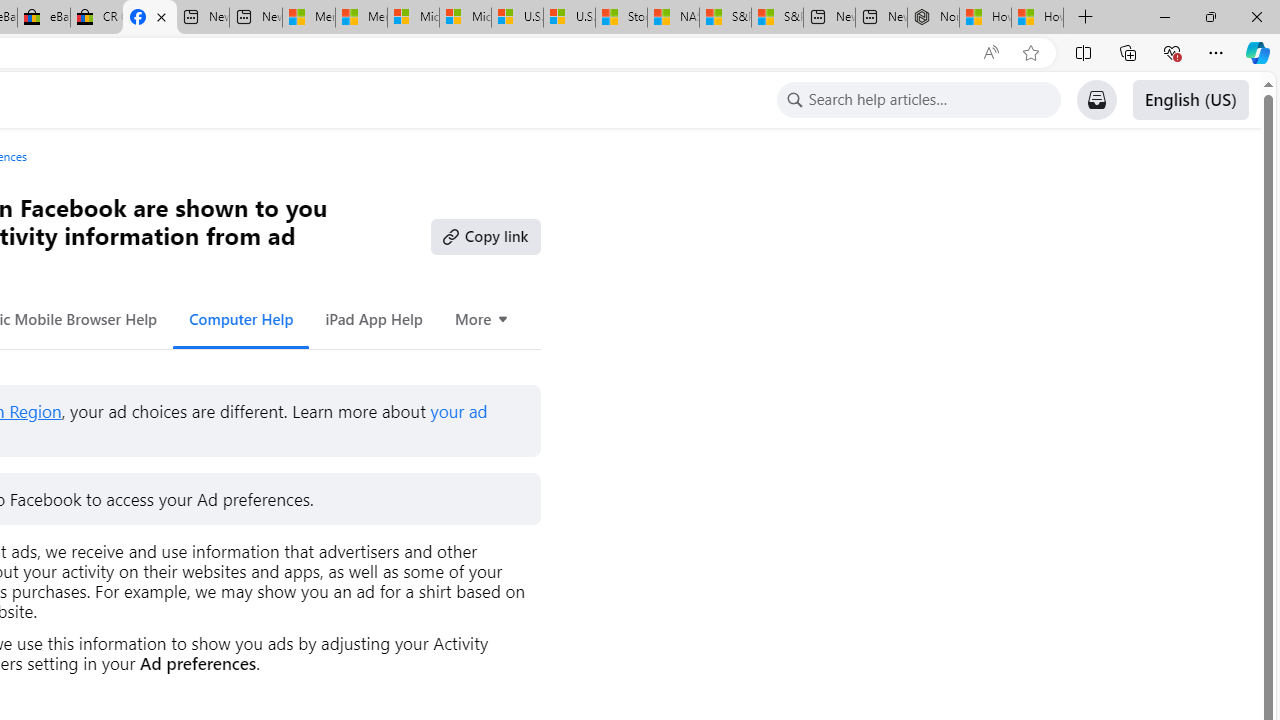  What do you see at coordinates (1095, 100) in the screenshot?
I see `'Support Inbox'` at bounding box center [1095, 100].